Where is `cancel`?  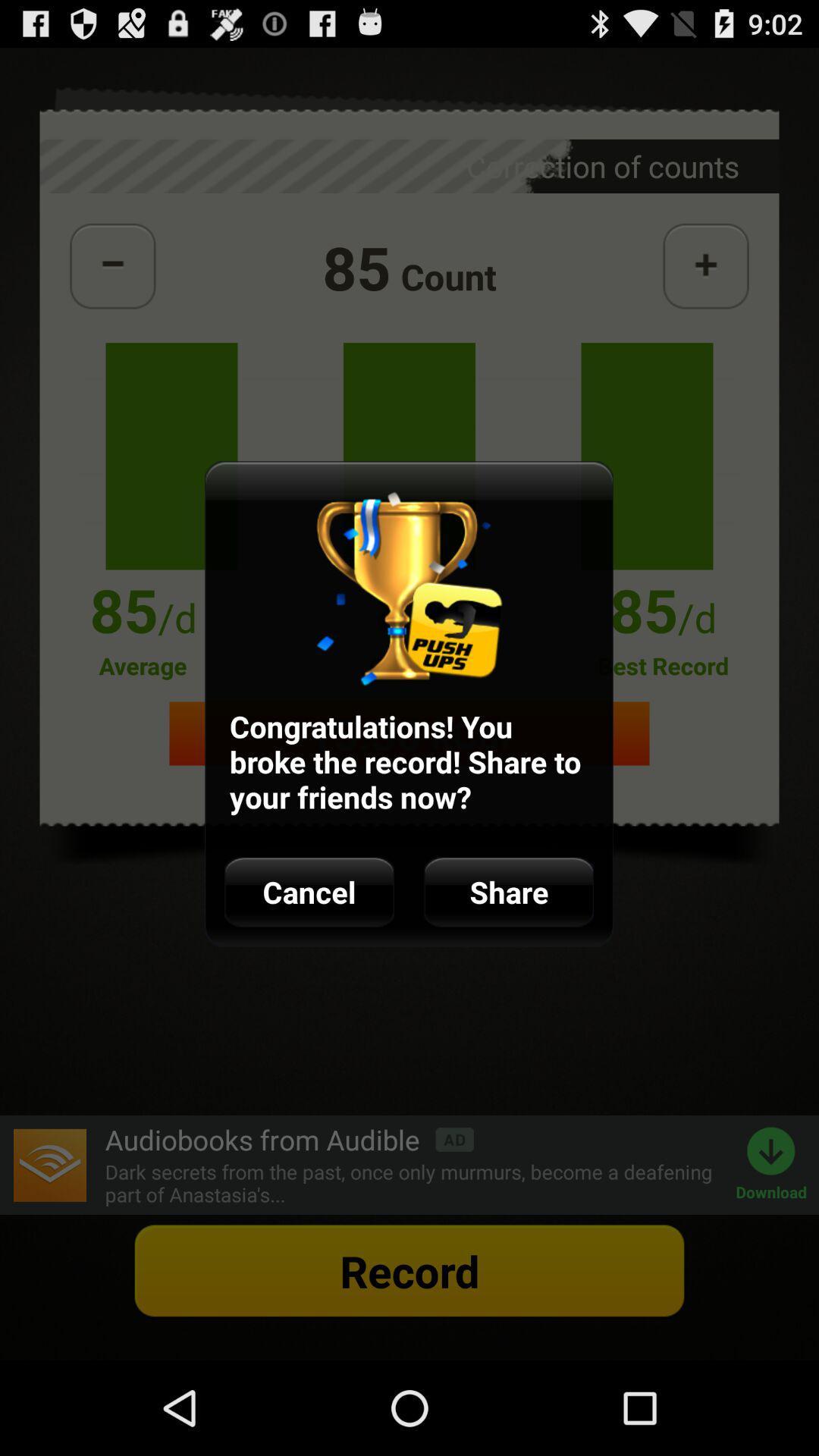
cancel is located at coordinates (309, 892).